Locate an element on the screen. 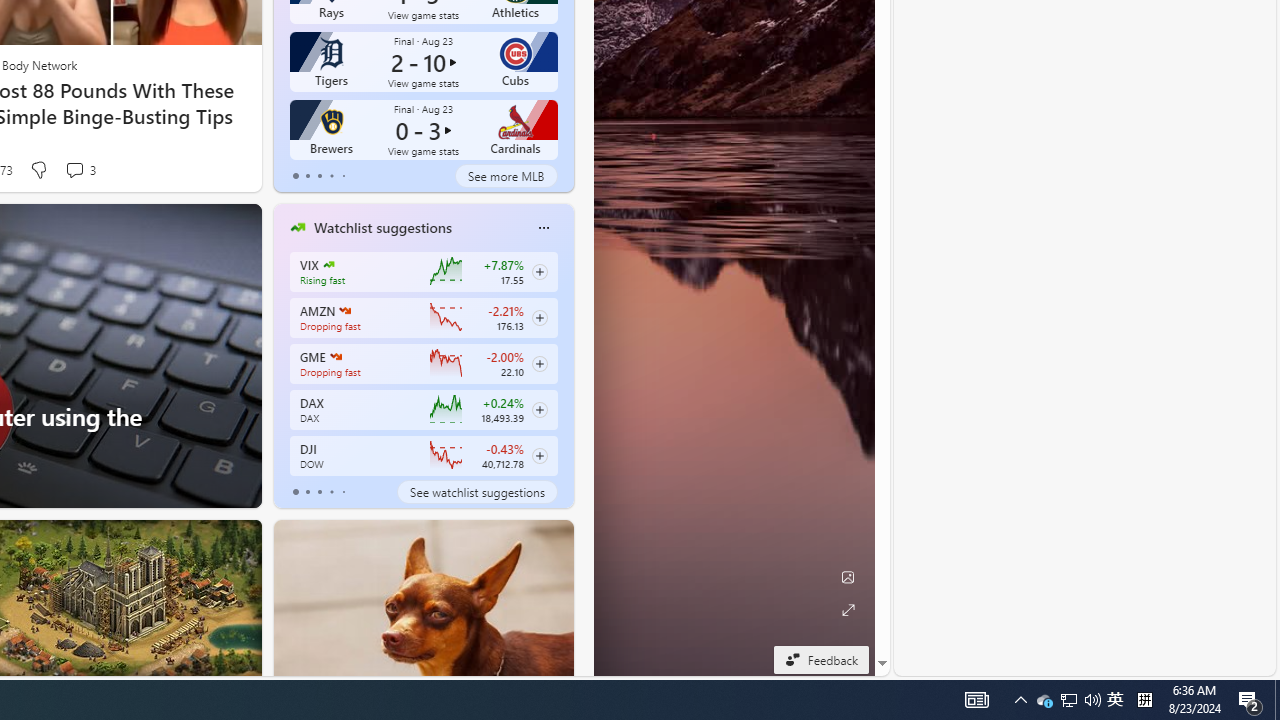  'tab-4' is located at coordinates (343, 492).